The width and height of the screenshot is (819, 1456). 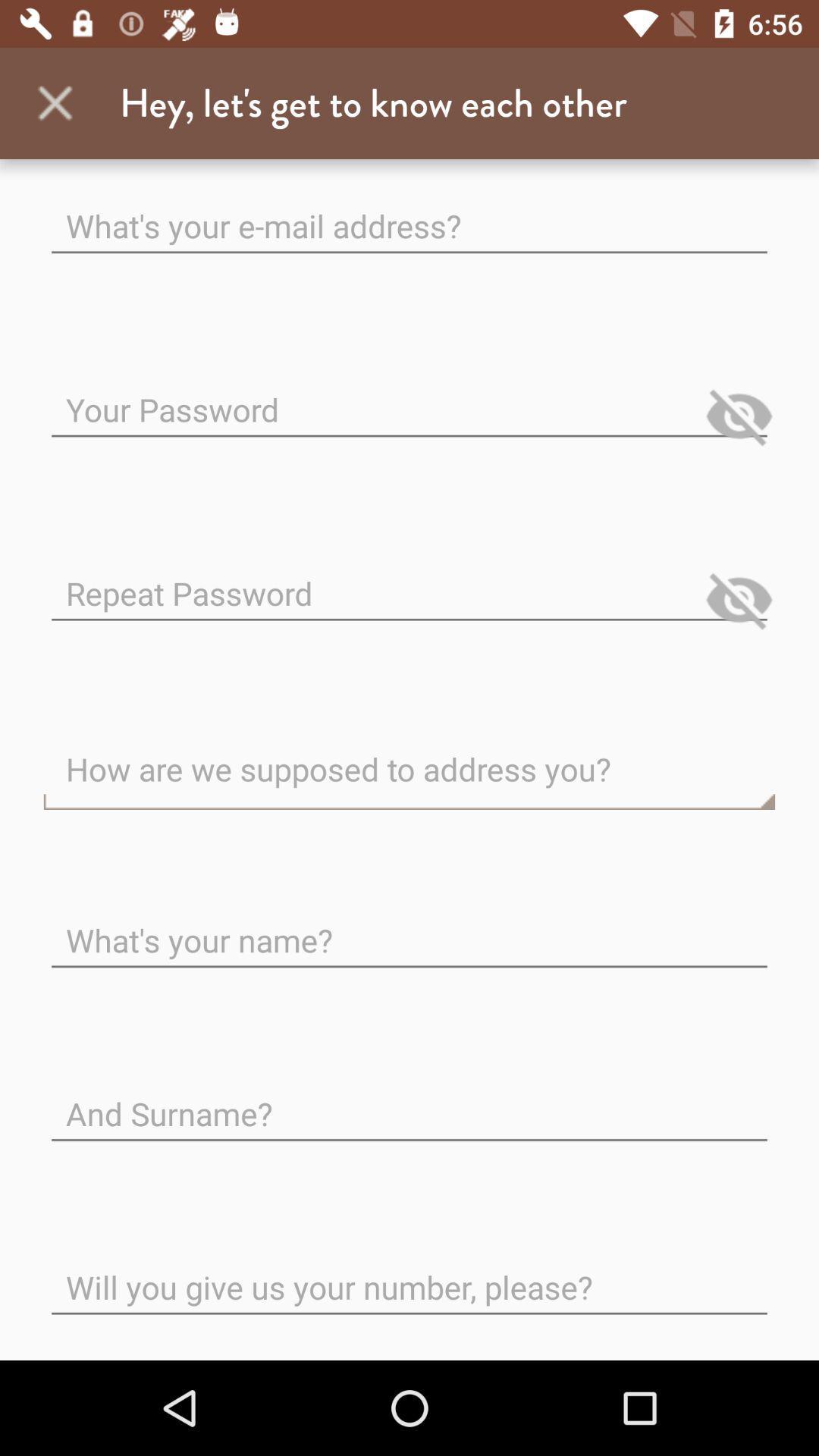 I want to click on password entry, so click(x=409, y=397).